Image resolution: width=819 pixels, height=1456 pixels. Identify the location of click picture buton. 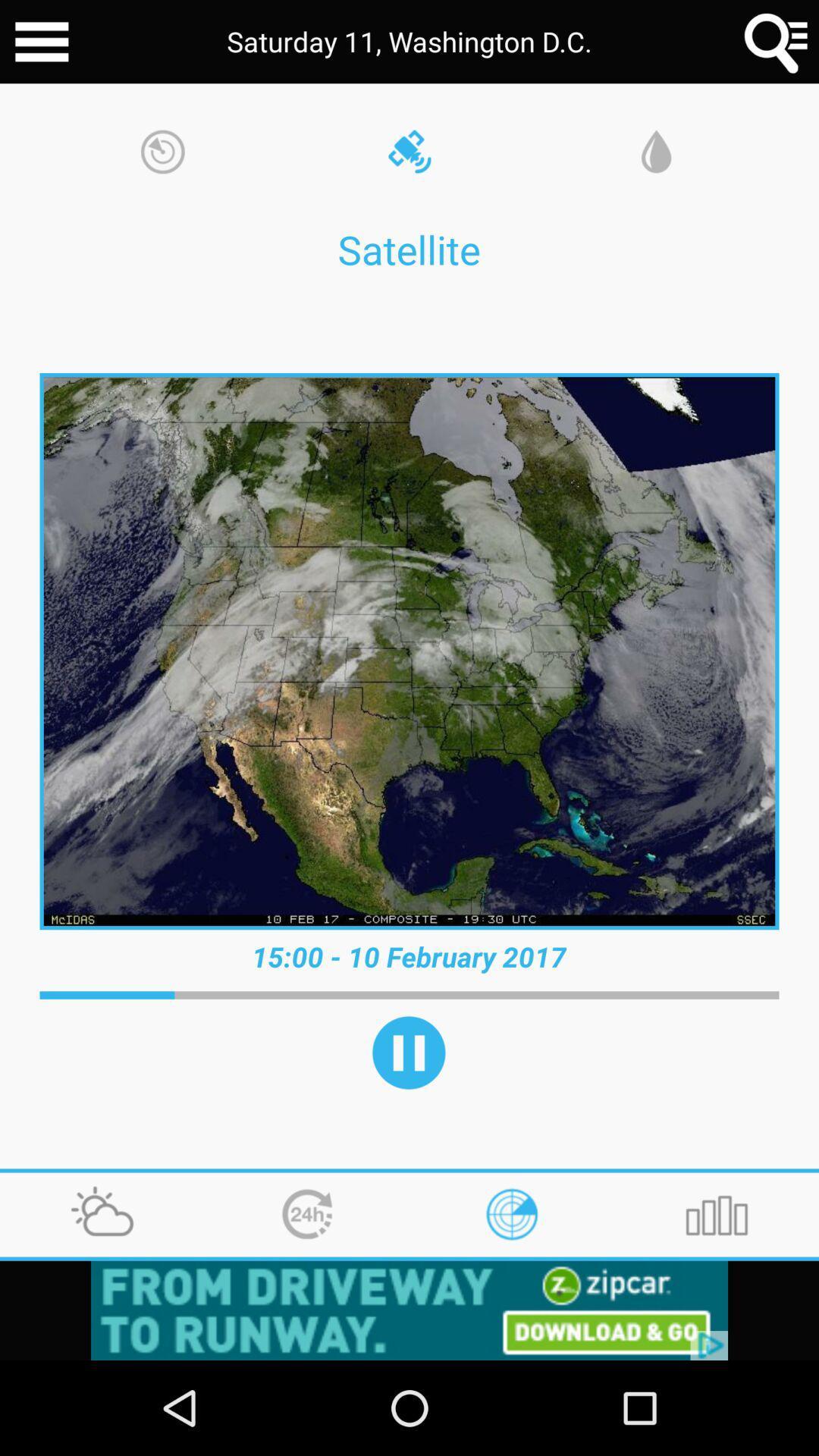
(409, 651).